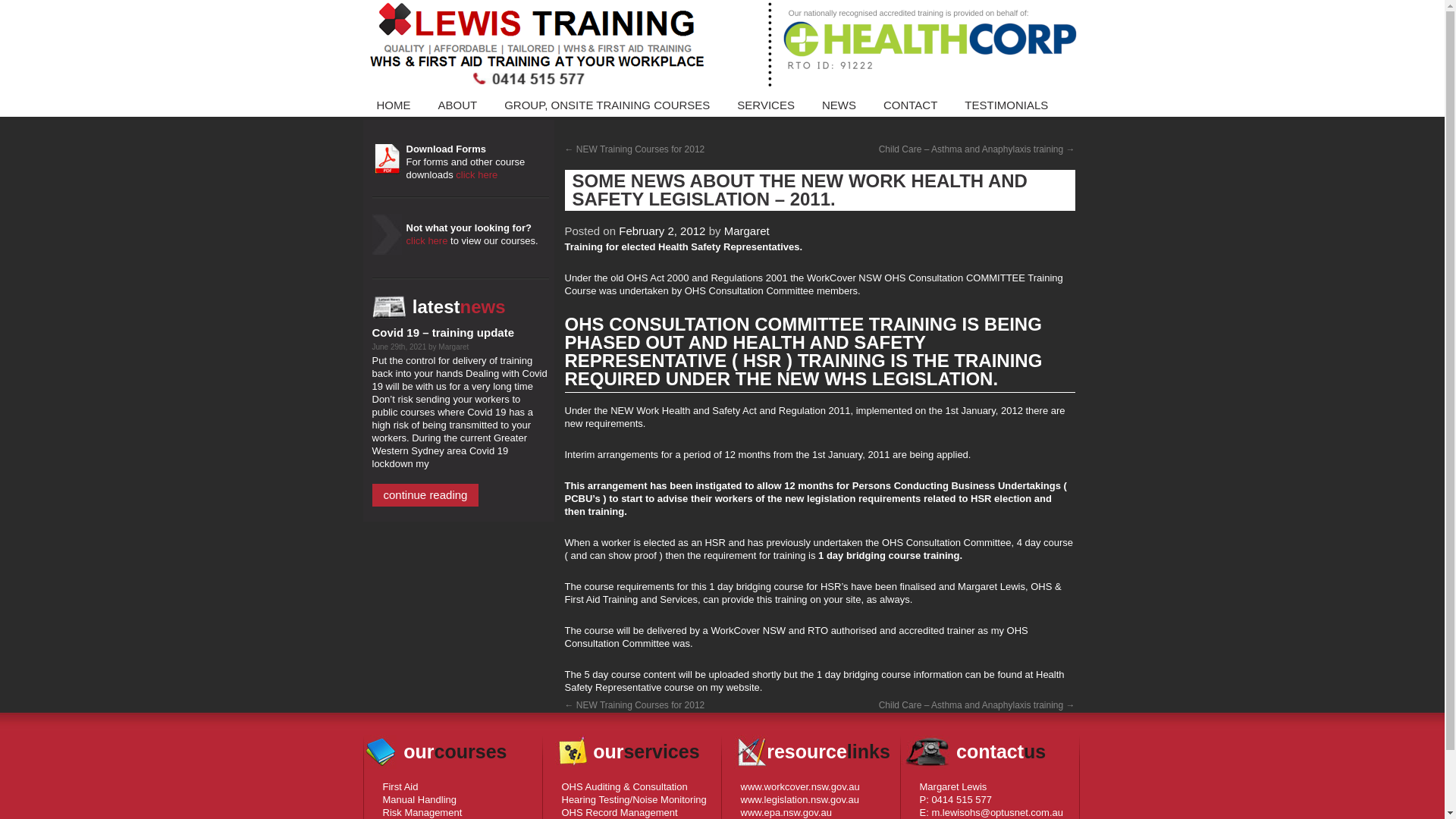 The height and width of the screenshot is (819, 1456). Describe the element at coordinates (382, 799) in the screenshot. I see `'Manual Handling'` at that location.